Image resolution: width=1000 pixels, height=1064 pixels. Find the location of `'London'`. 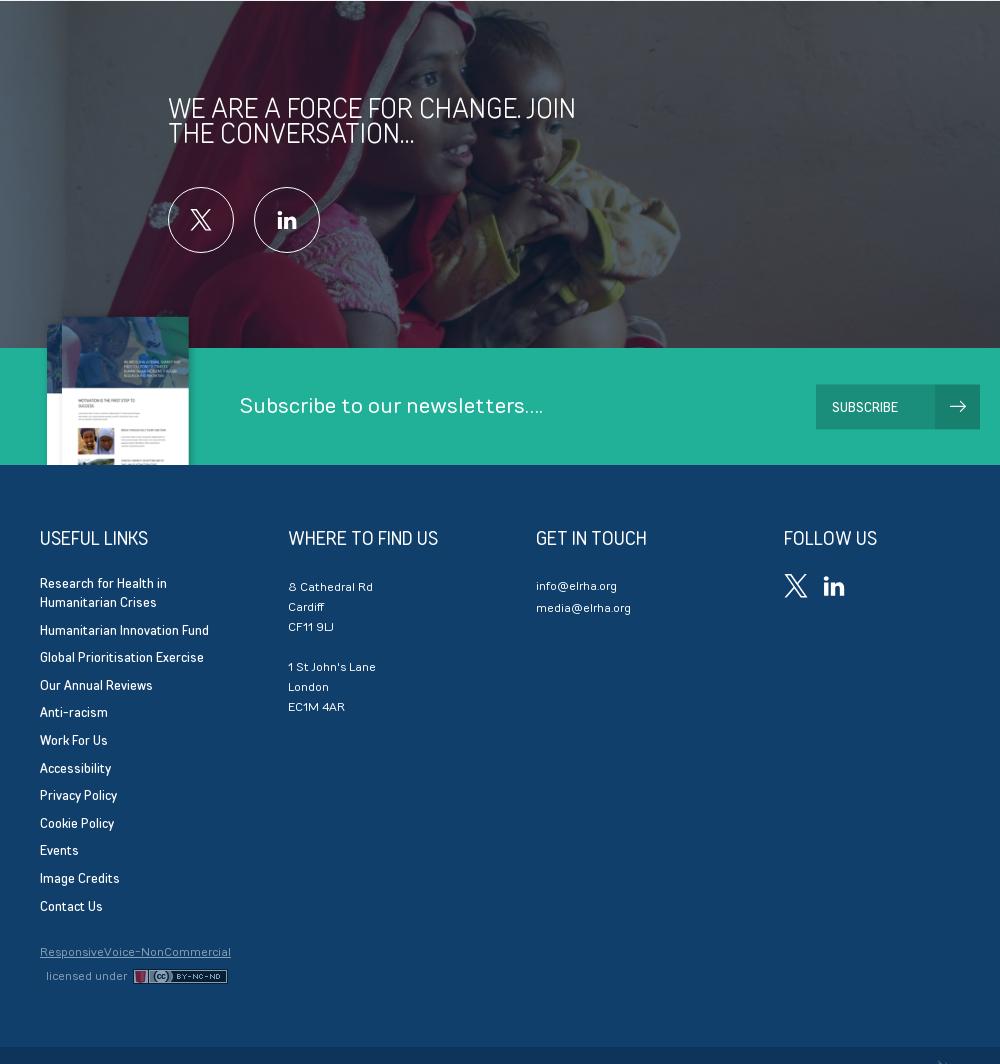

'London' is located at coordinates (308, 685).